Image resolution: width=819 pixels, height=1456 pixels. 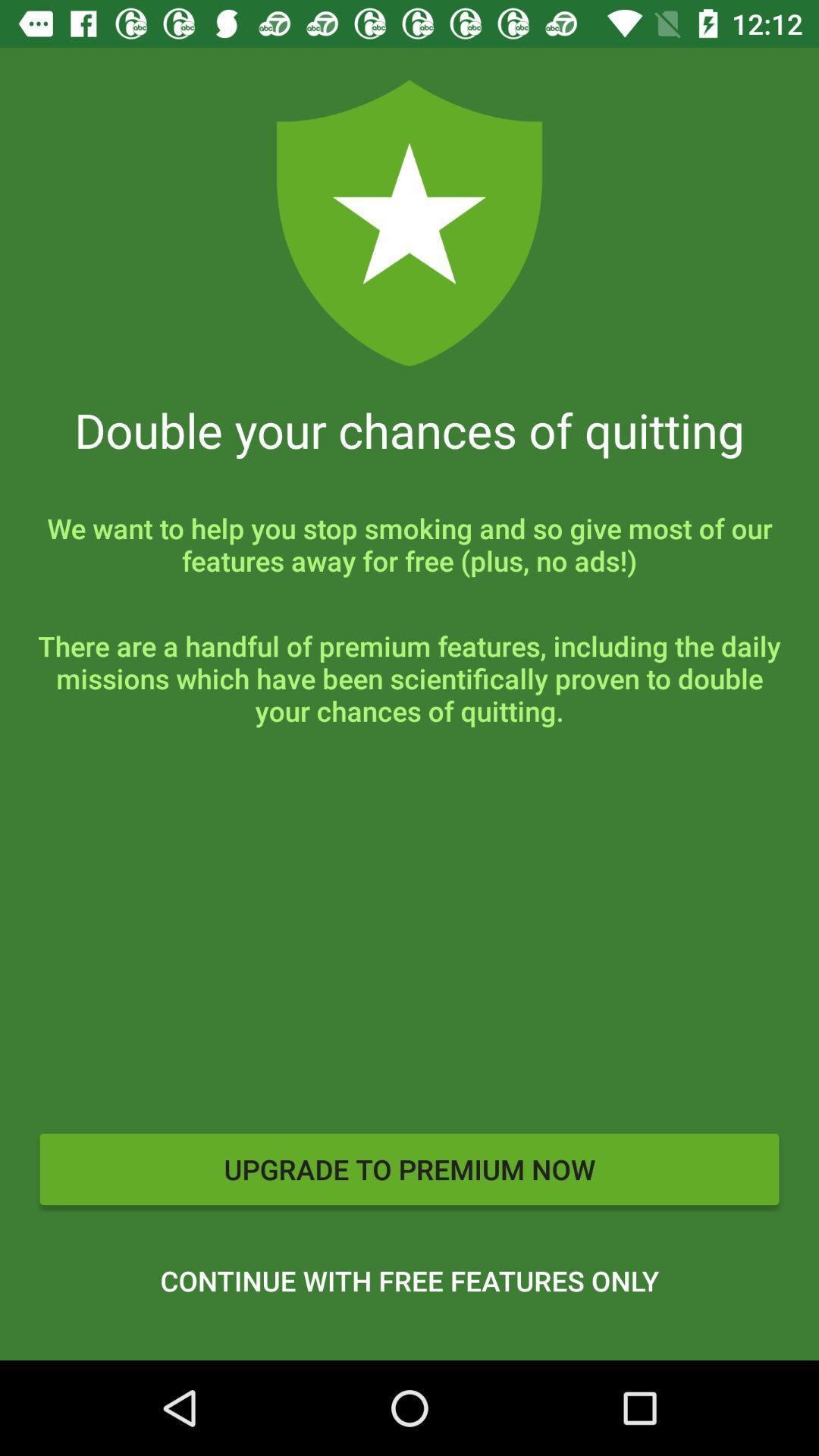 What do you see at coordinates (409, 1280) in the screenshot?
I see `continue with free icon` at bounding box center [409, 1280].